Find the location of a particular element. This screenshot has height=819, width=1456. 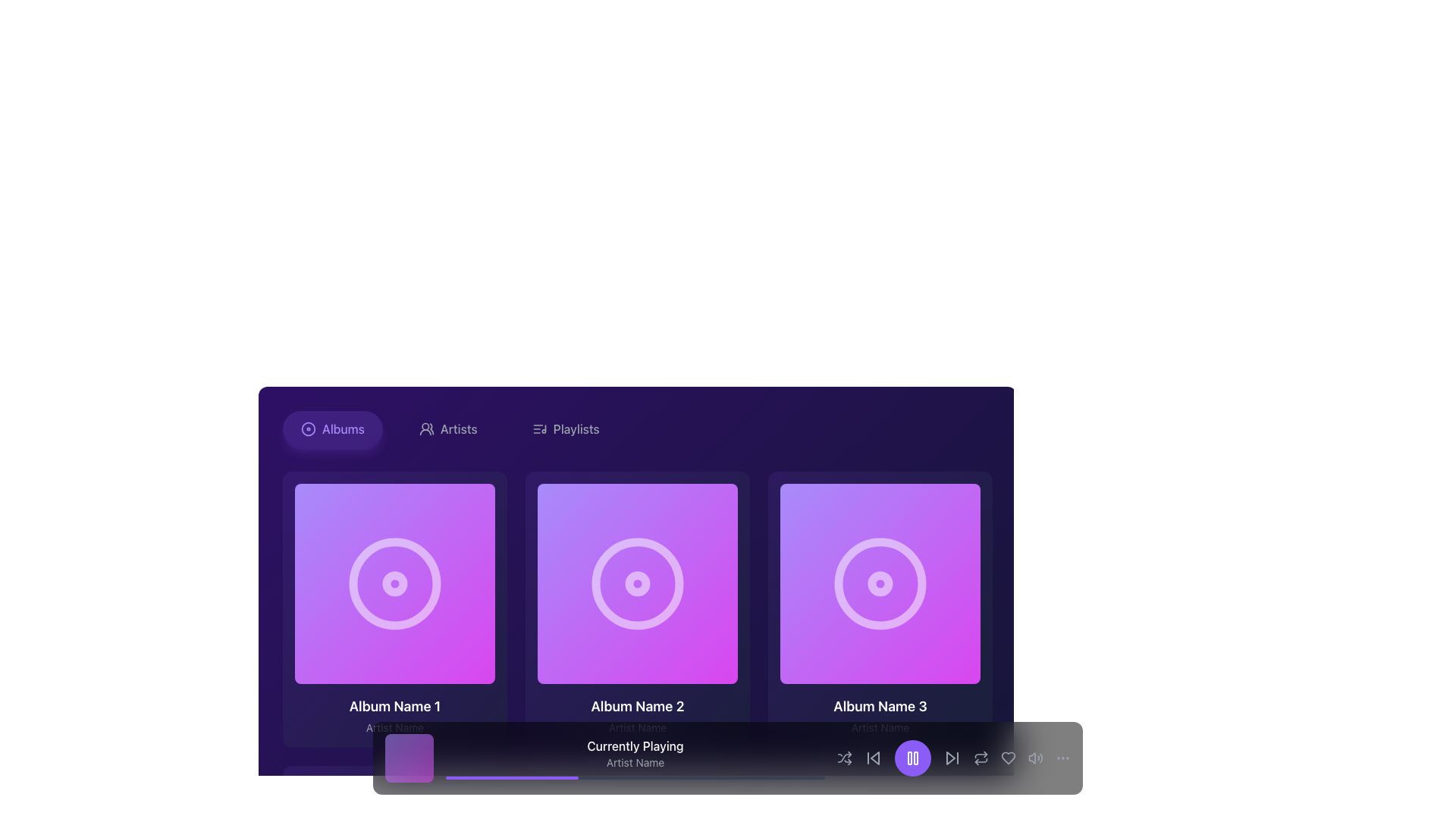

the innermost circular decorative element of 'Album Name 1', which is styled in a light color against a gradient purple background is located at coordinates (395, 583).